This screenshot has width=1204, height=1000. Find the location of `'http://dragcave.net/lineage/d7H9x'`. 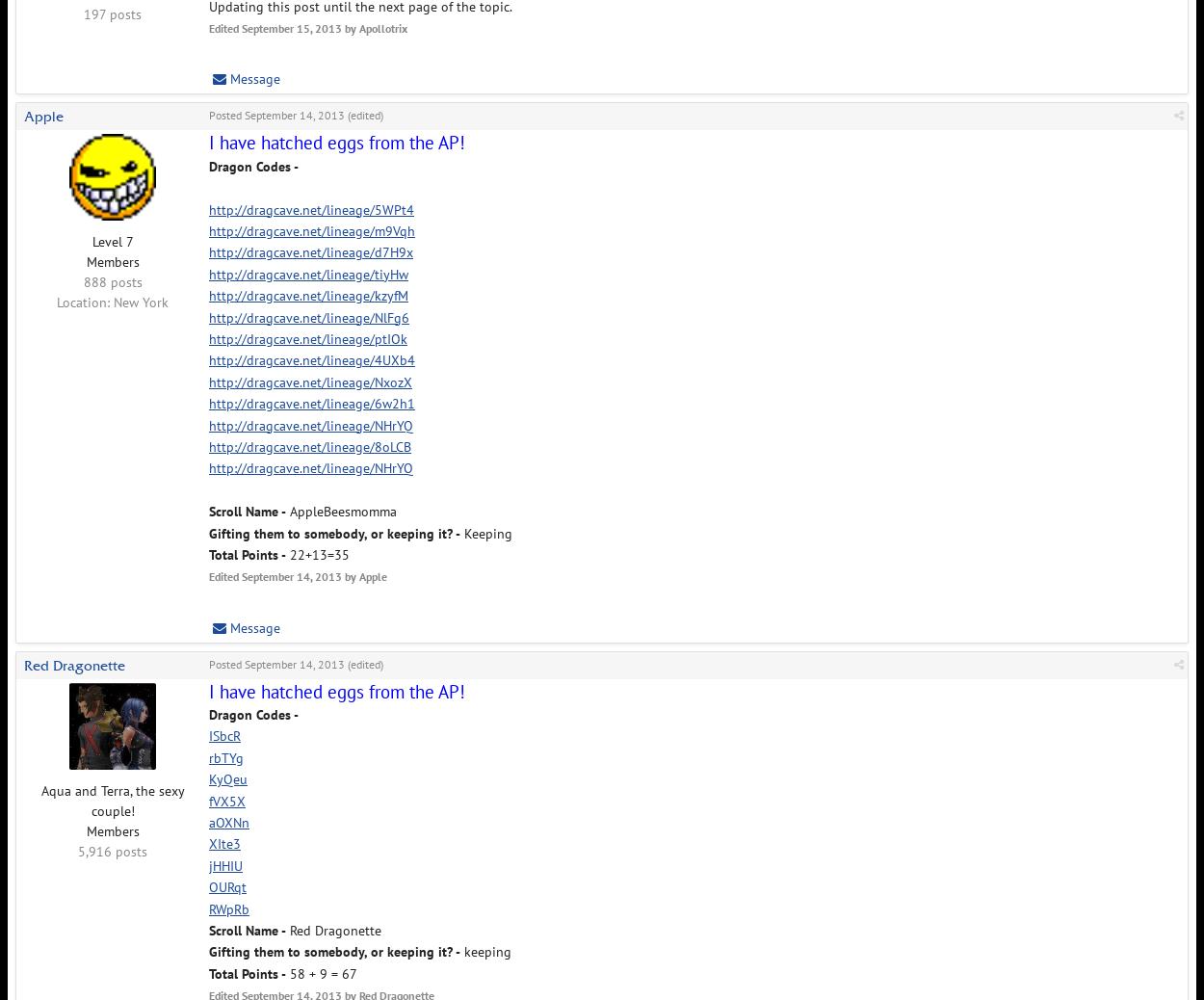

'http://dragcave.net/lineage/d7H9x' is located at coordinates (310, 251).